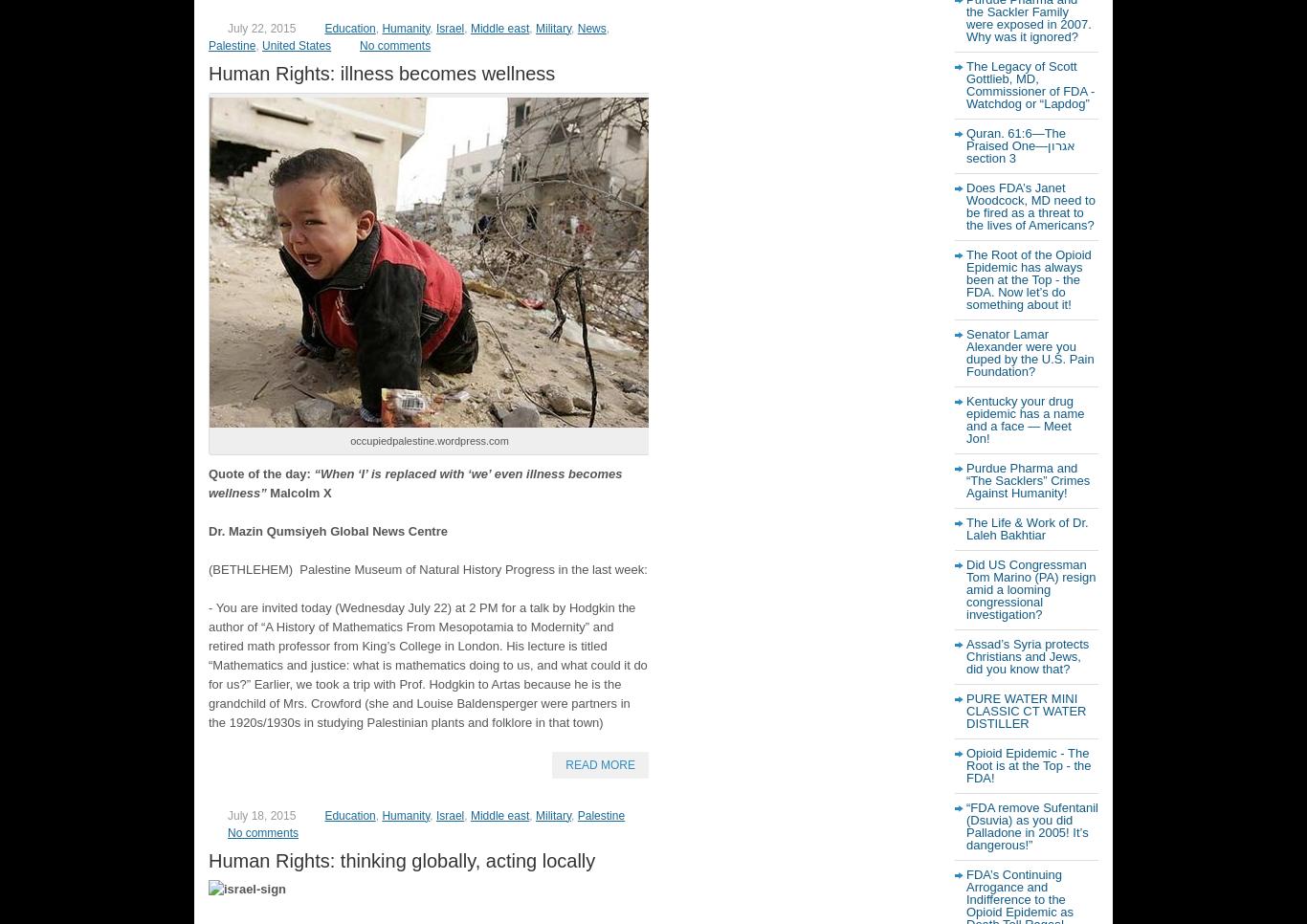  Describe the element at coordinates (261, 26) in the screenshot. I see `'July 22, 2015'` at that location.